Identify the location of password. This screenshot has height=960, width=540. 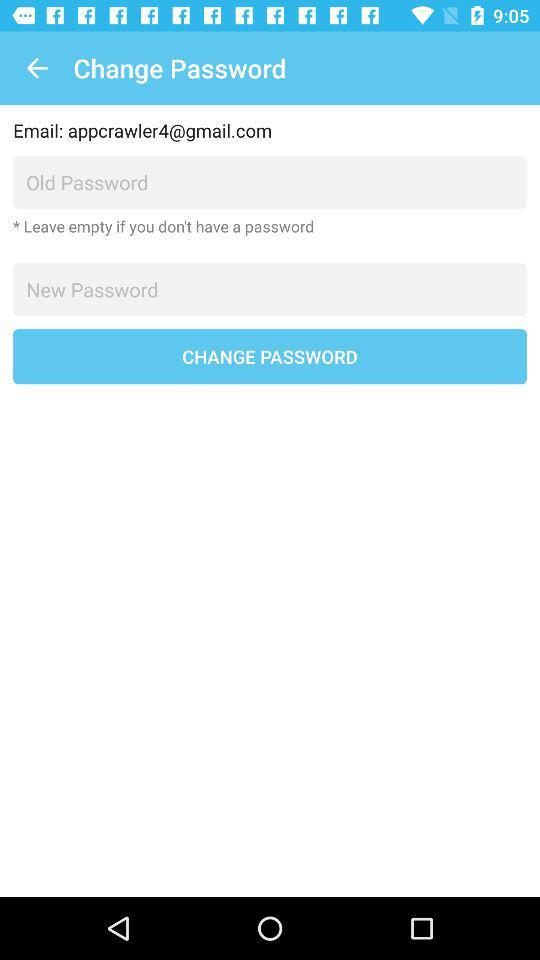
(270, 288).